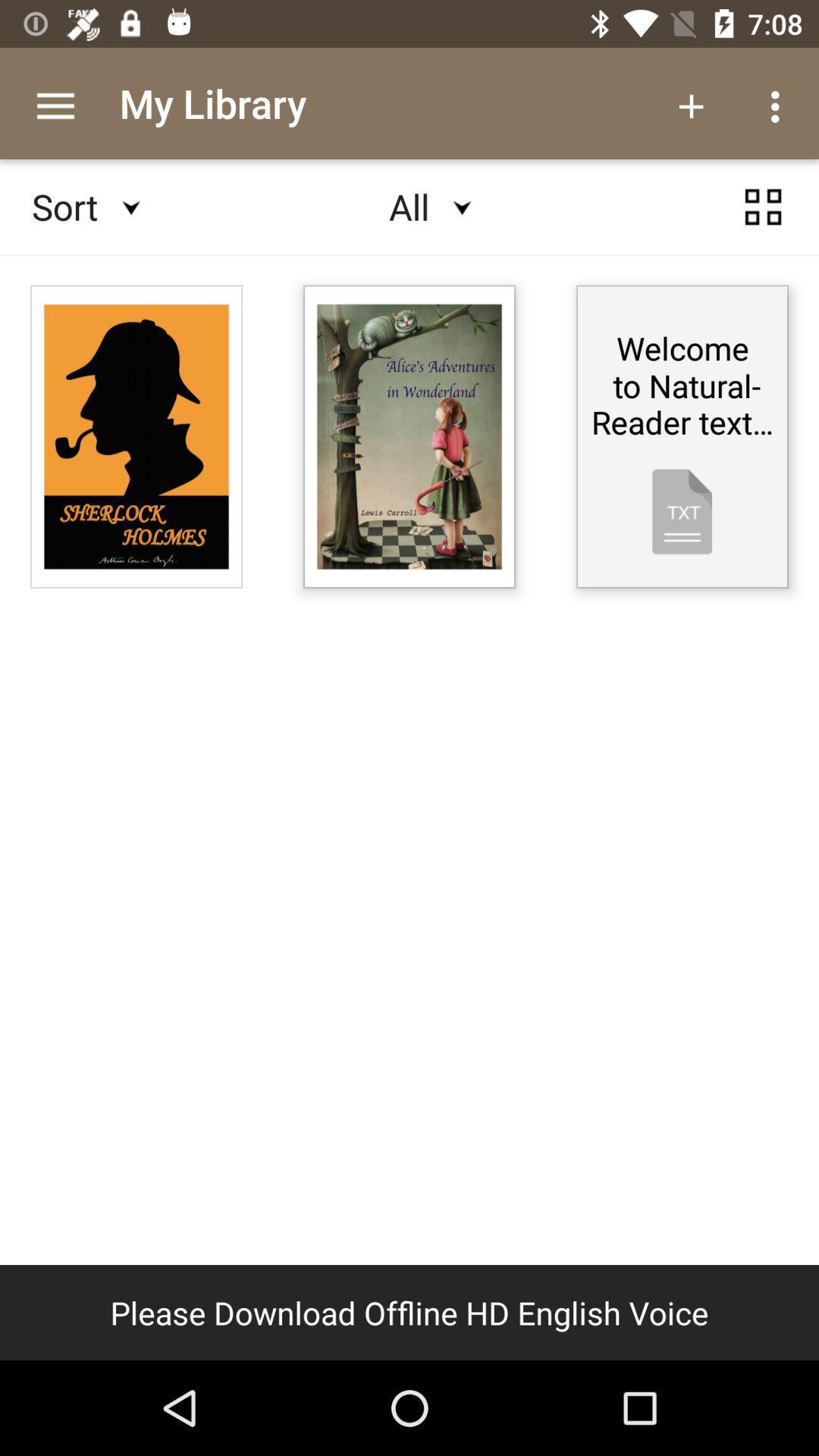 The height and width of the screenshot is (1456, 819). I want to click on choose the selection, so click(763, 206).